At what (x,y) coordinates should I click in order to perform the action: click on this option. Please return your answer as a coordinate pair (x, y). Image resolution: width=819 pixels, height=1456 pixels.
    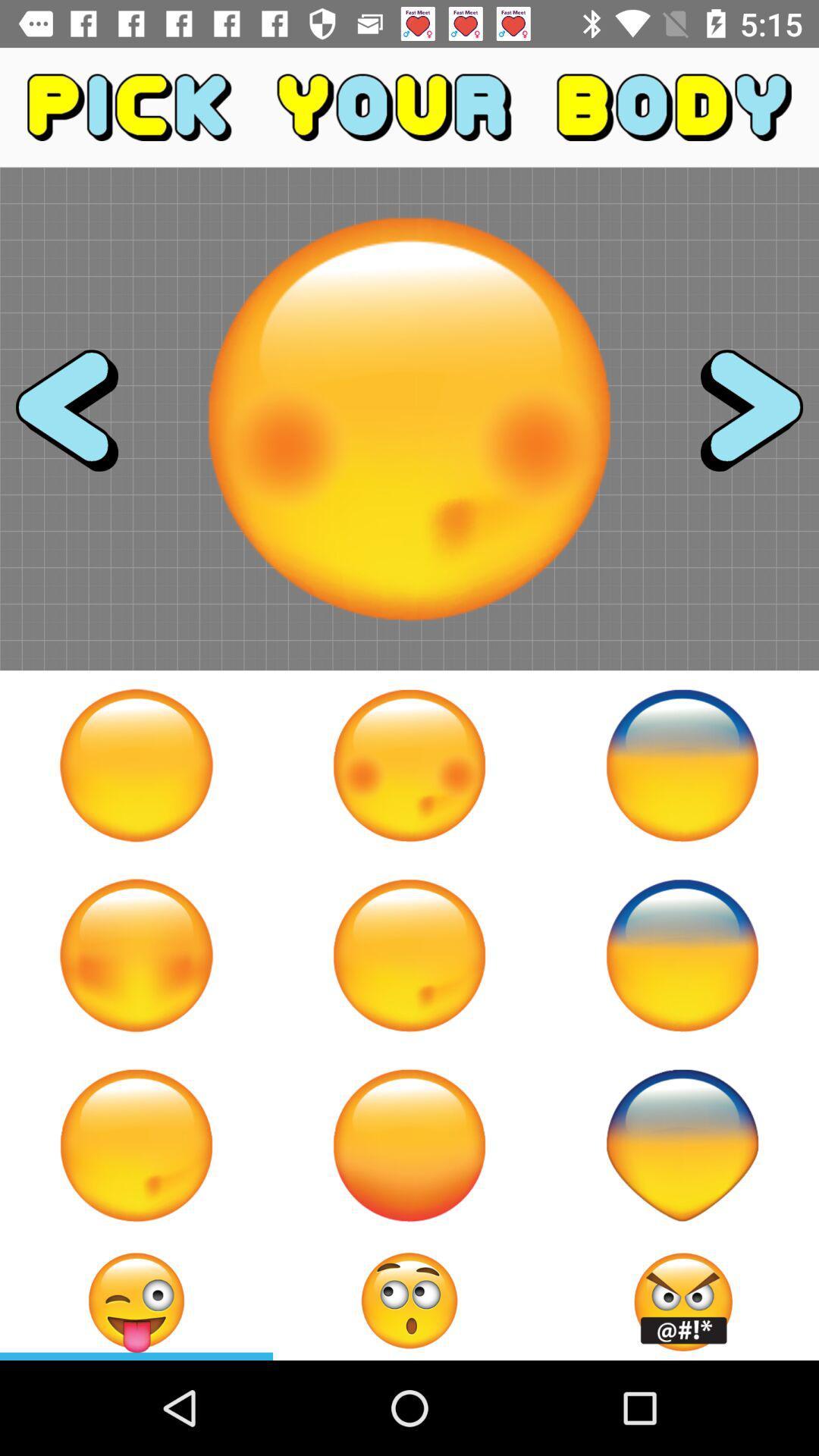
    Looking at the image, I should click on (409, 954).